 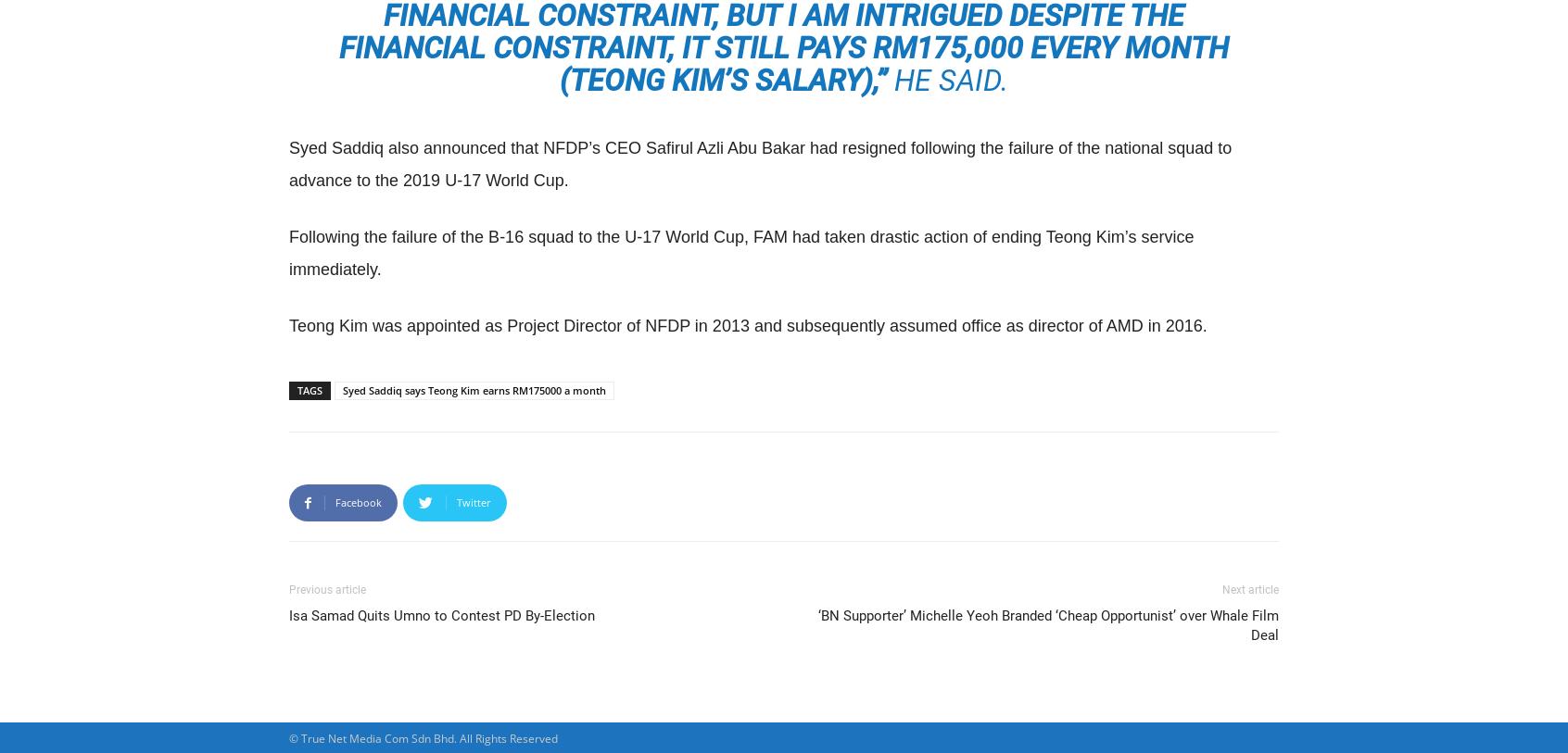 What do you see at coordinates (946, 79) in the screenshot?
I see `'he said.'` at bounding box center [946, 79].